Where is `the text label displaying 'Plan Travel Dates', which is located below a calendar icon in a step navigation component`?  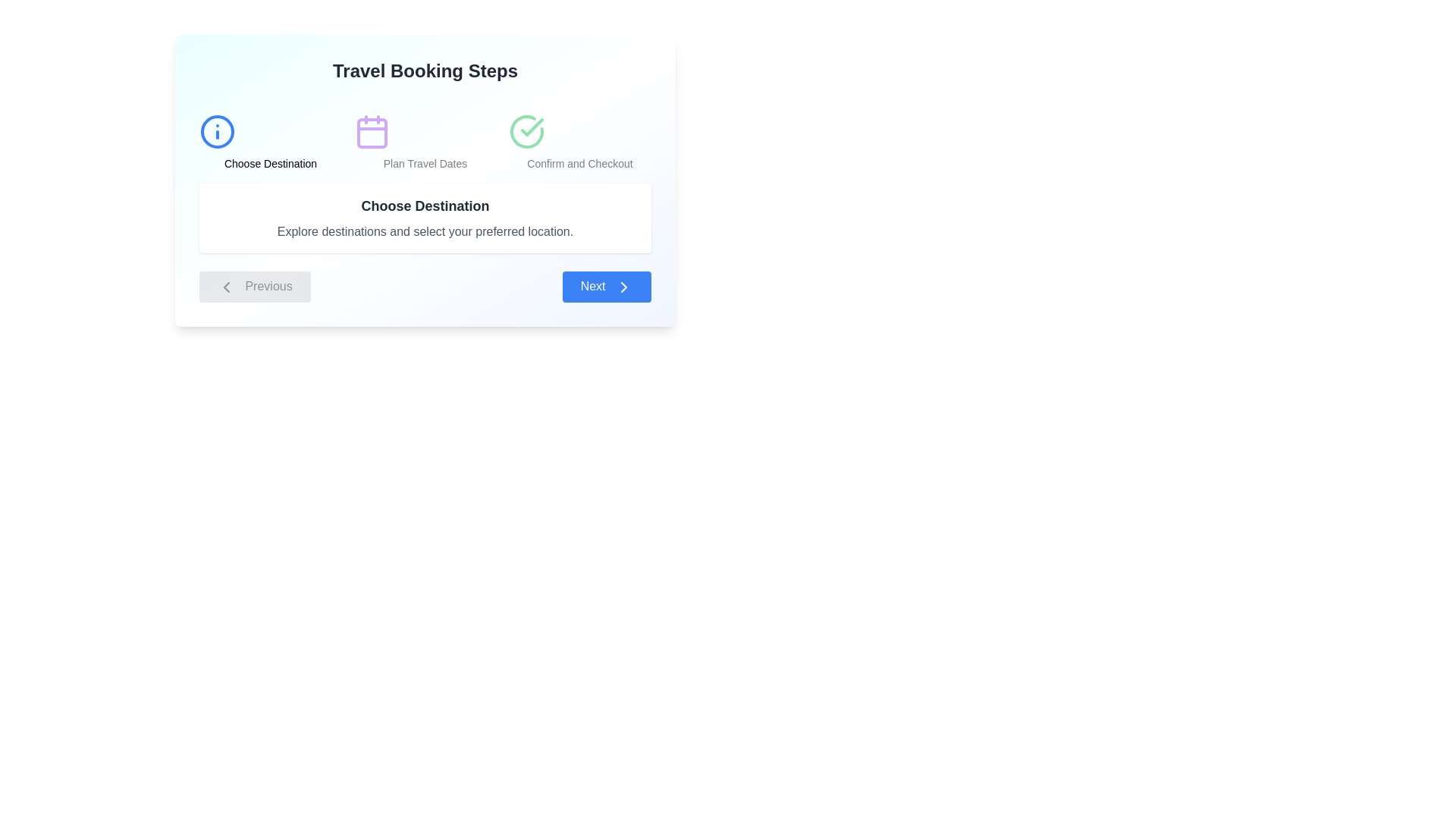
the text label displaying 'Plan Travel Dates', which is located below a calendar icon in a step navigation component is located at coordinates (425, 164).